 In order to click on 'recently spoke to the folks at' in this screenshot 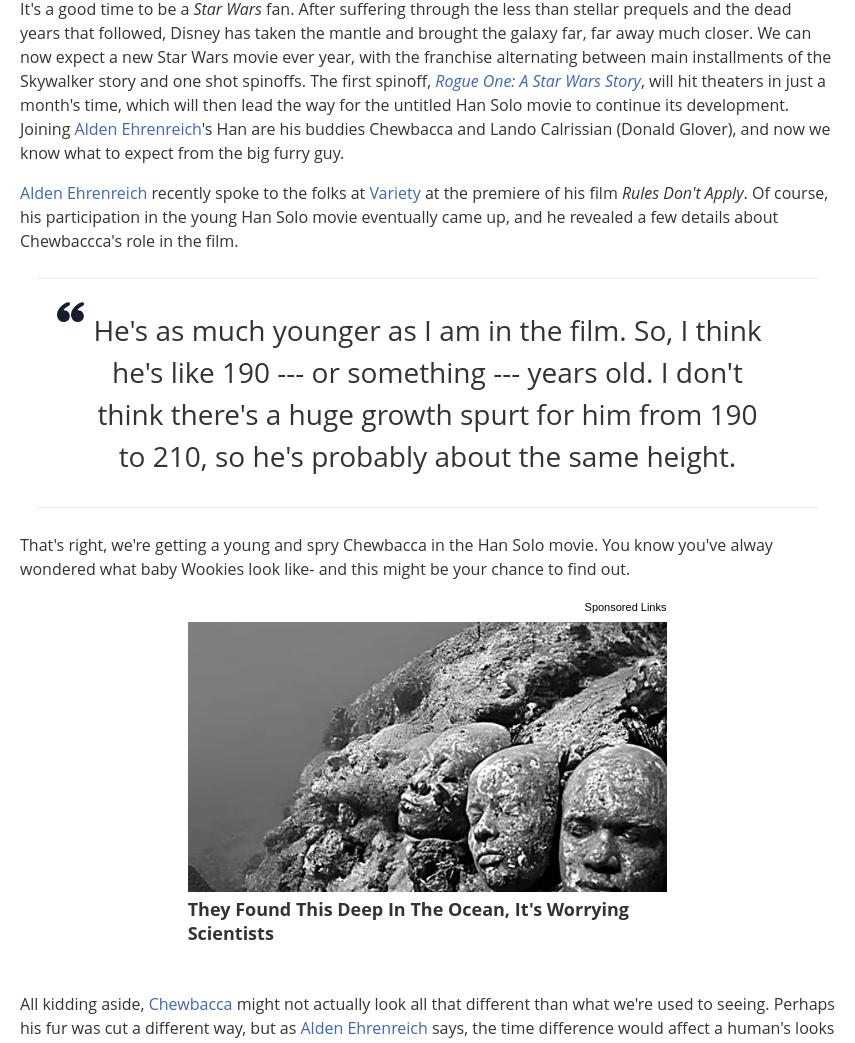, I will do `click(146, 191)`.